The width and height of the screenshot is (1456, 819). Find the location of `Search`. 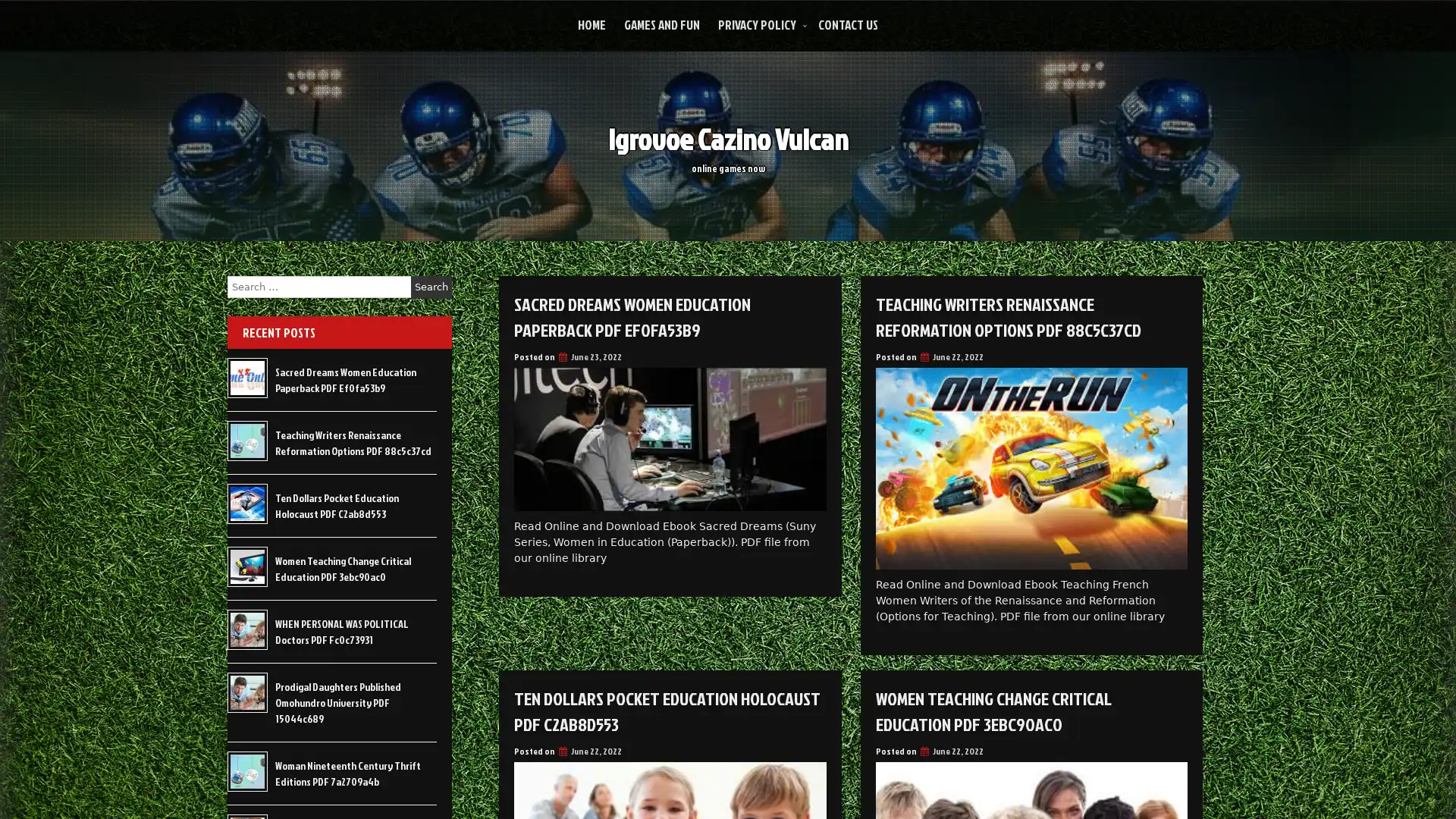

Search is located at coordinates (431, 287).